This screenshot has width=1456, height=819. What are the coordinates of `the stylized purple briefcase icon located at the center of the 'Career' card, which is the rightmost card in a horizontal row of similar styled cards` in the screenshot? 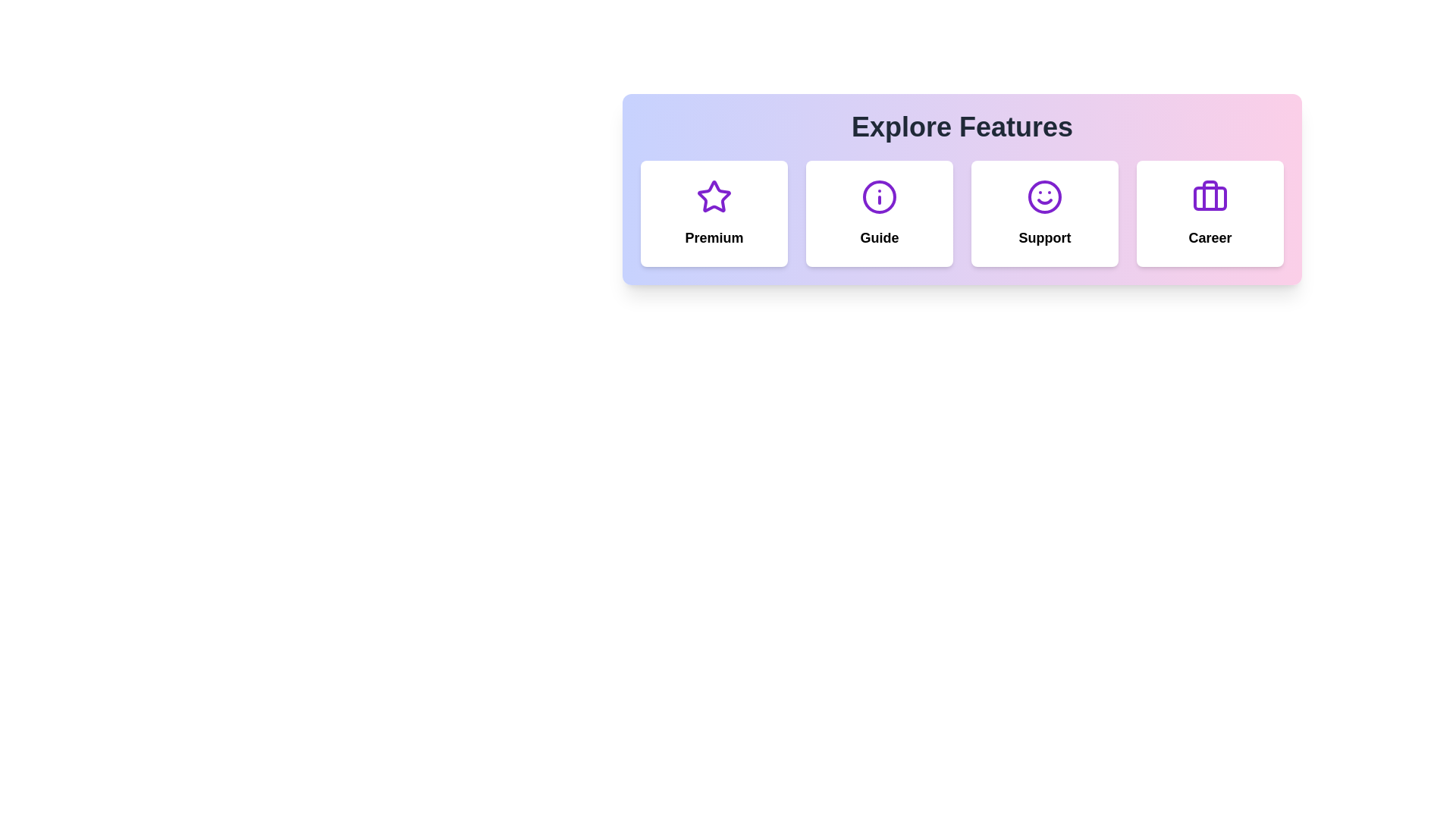 It's located at (1210, 196).